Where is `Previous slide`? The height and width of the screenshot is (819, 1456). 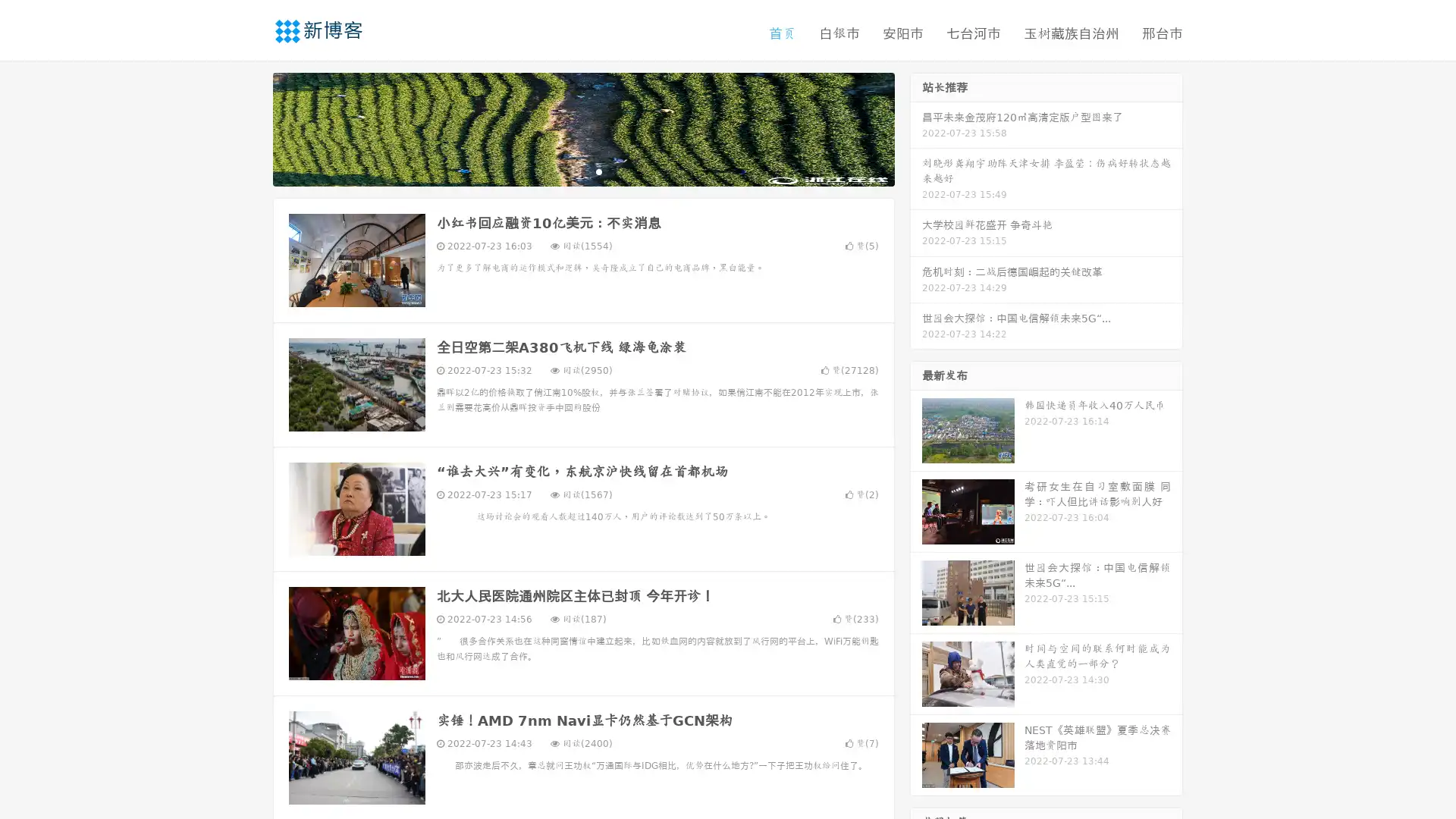
Previous slide is located at coordinates (250, 127).